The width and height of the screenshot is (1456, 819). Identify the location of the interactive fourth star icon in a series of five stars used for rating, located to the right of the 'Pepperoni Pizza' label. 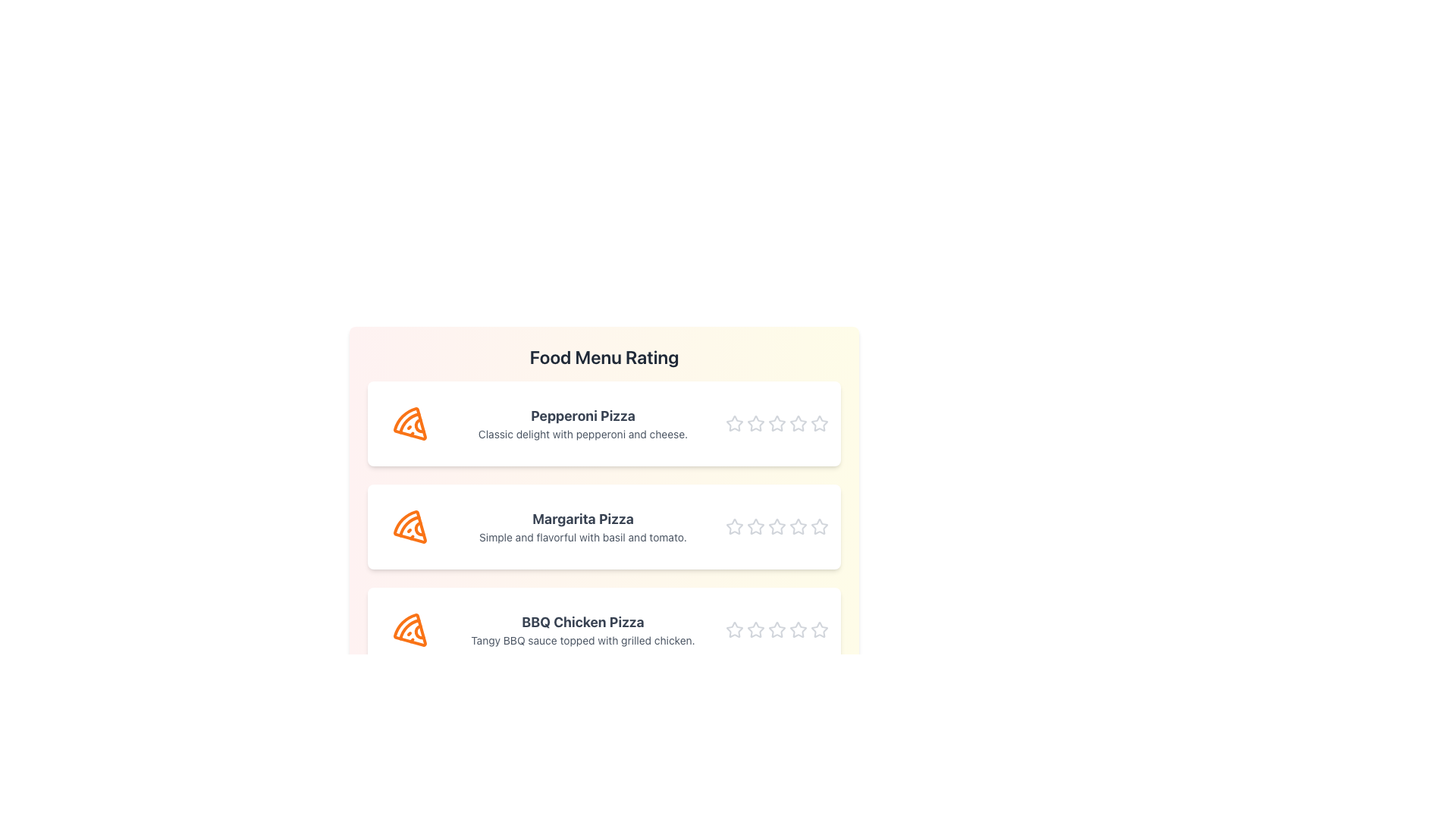
(797, 424).